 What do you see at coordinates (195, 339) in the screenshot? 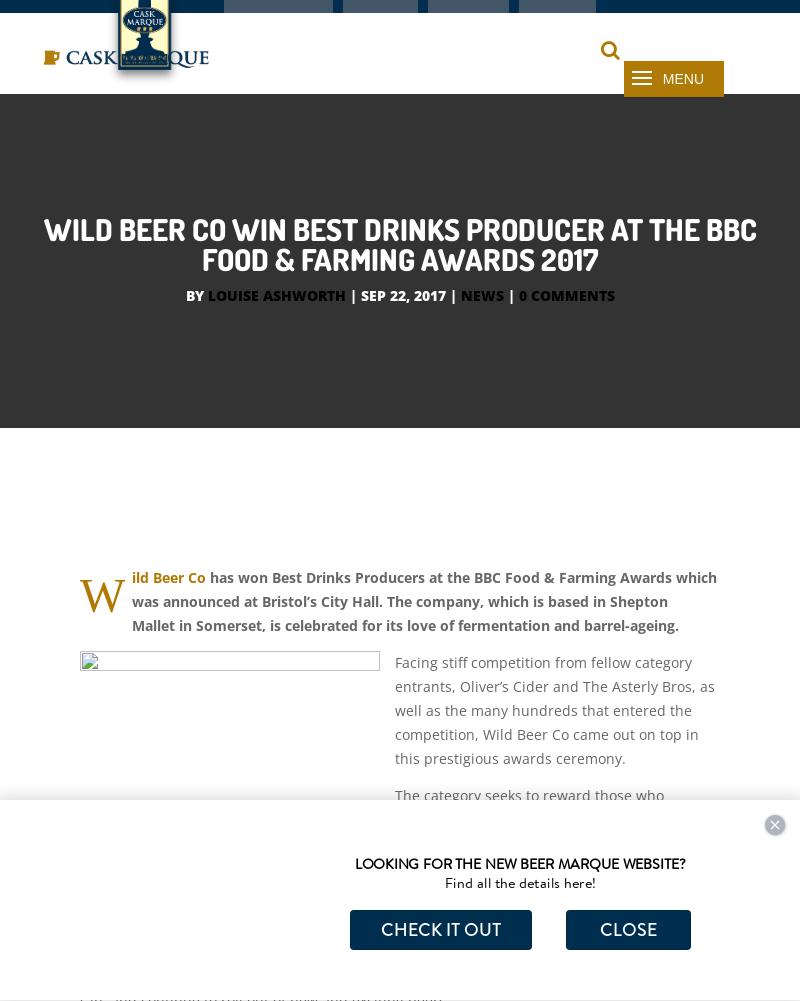
I see `'by'` at bounding box center [195, 339].